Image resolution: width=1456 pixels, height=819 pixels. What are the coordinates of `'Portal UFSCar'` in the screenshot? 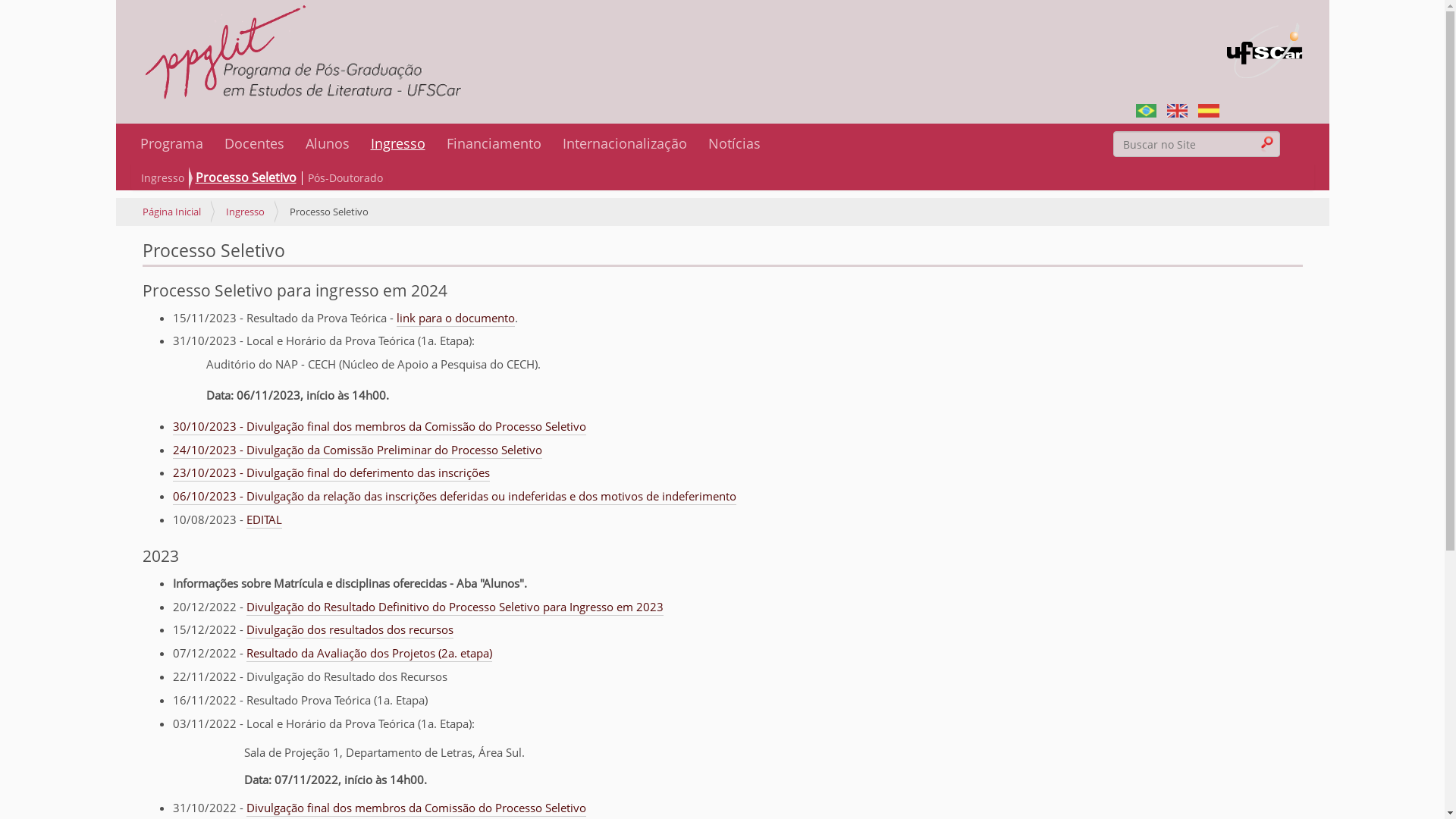 It's located at (1264, 41).